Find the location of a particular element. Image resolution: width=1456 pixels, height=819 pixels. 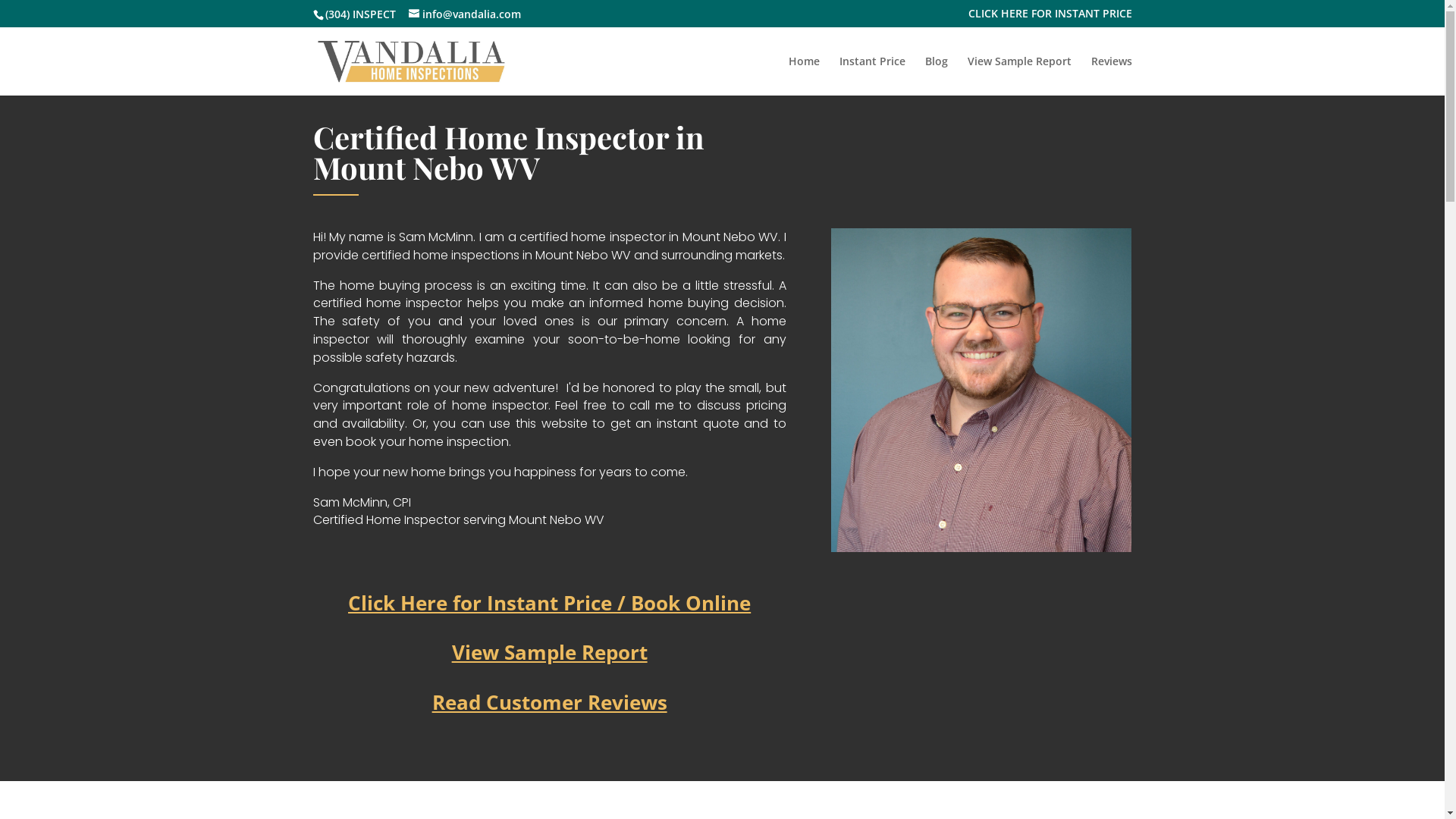

'View Sample Report' is located at coordinates (548, 651).